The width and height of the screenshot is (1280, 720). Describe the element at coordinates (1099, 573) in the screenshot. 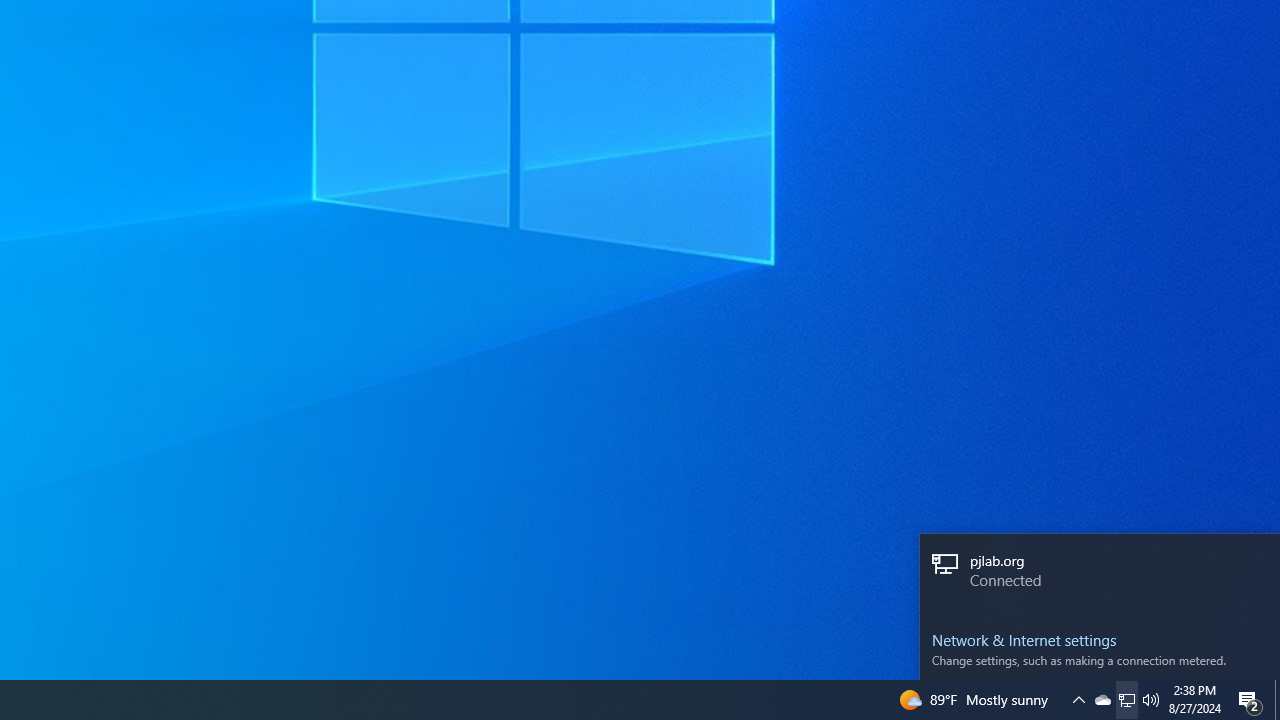

I see `'pjlab.org Connected'` at that location.